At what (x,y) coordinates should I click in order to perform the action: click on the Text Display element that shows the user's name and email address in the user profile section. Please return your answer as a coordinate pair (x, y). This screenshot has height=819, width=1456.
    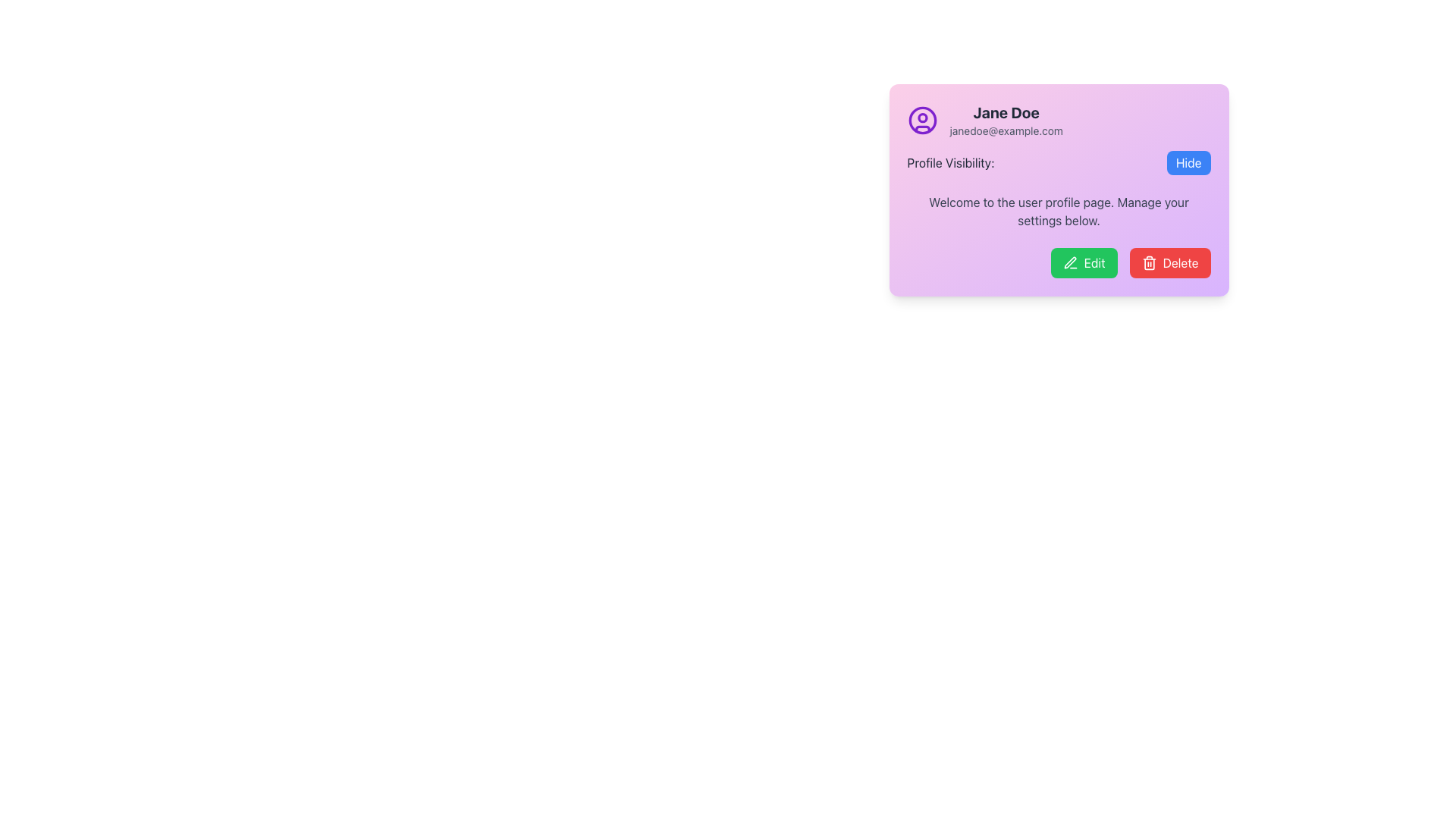
    Looking at the image, I should click on (1006, 119).